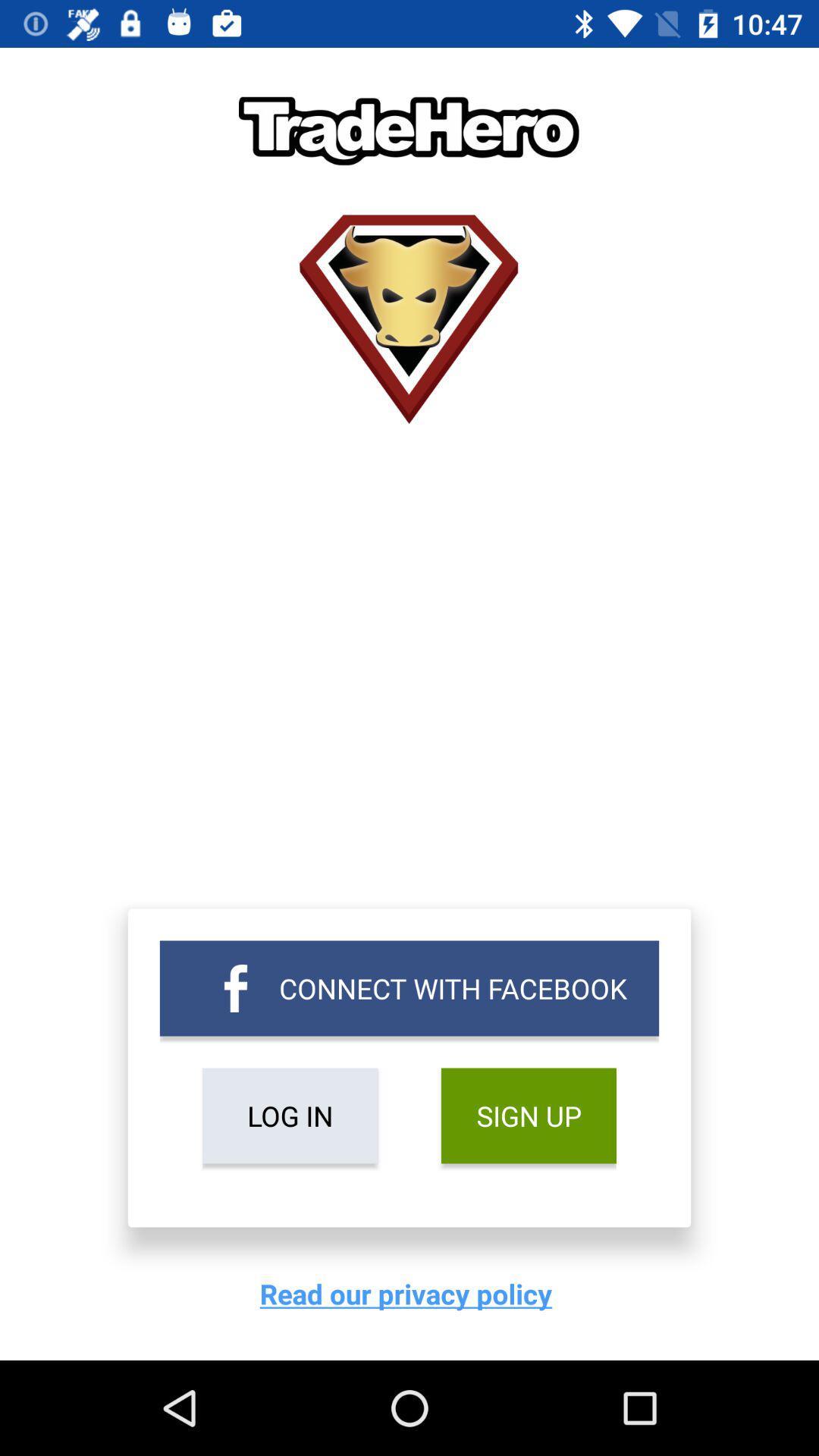 This screenshot has height=1456, width=819. Describe the element at coordinates (290, 1116) in the screenshot. I see `icon next to the sign up icon` at that location.